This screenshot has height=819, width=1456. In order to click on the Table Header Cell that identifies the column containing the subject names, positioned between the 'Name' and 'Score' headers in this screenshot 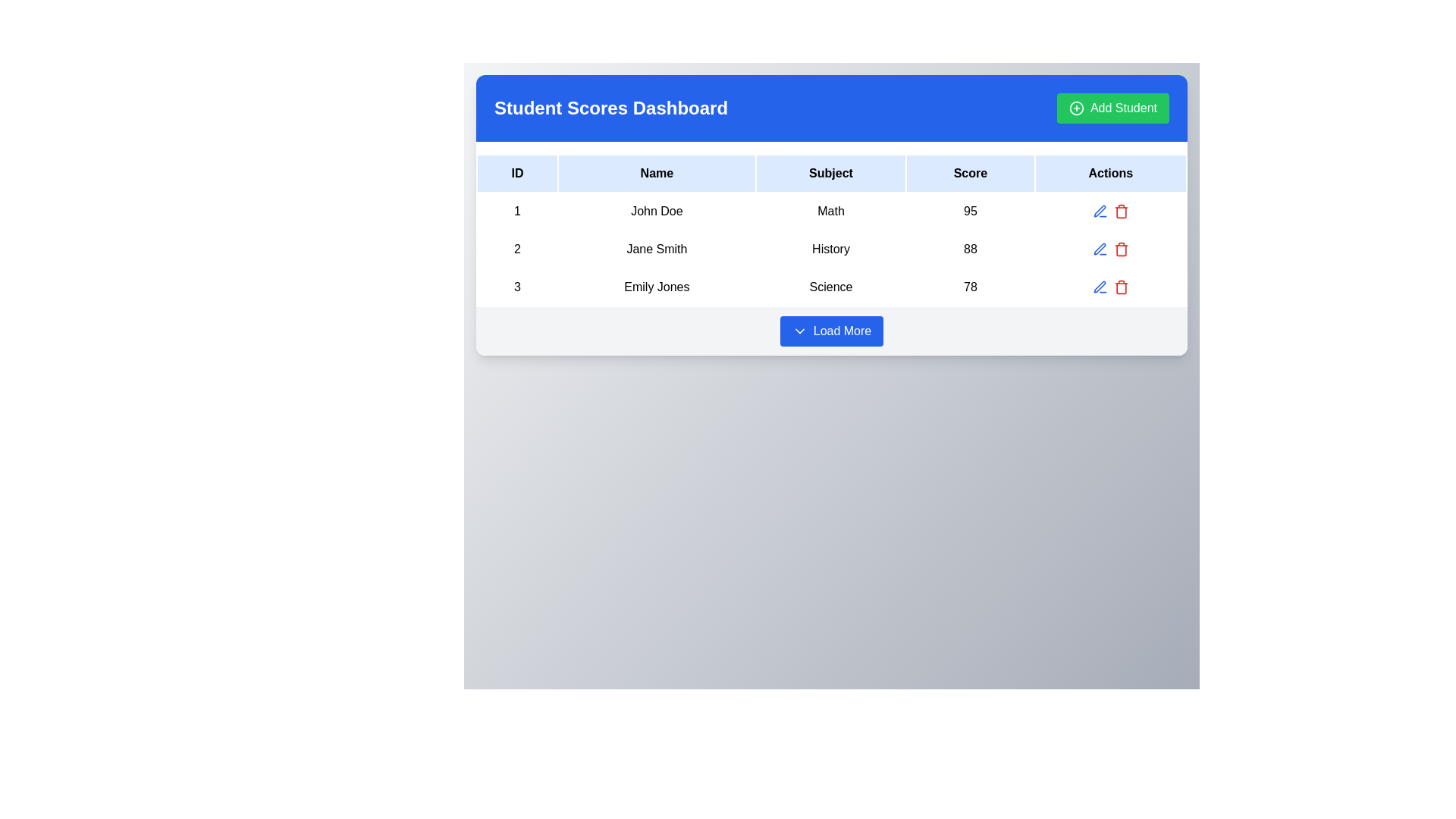, I will do `click(830, 172)`.